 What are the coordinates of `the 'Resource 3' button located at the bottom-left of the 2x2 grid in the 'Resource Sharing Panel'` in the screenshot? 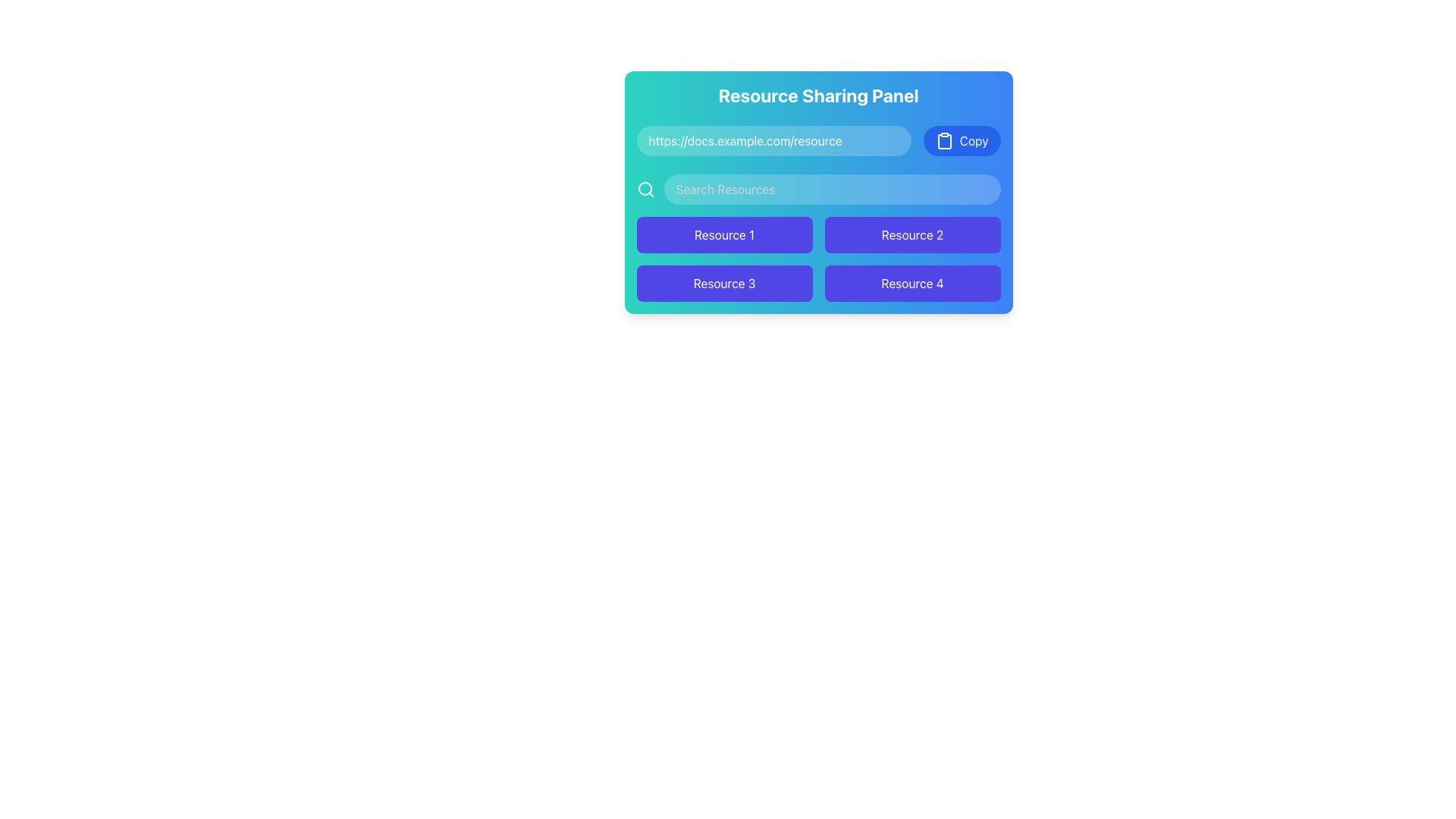 It's located at (723, 284).